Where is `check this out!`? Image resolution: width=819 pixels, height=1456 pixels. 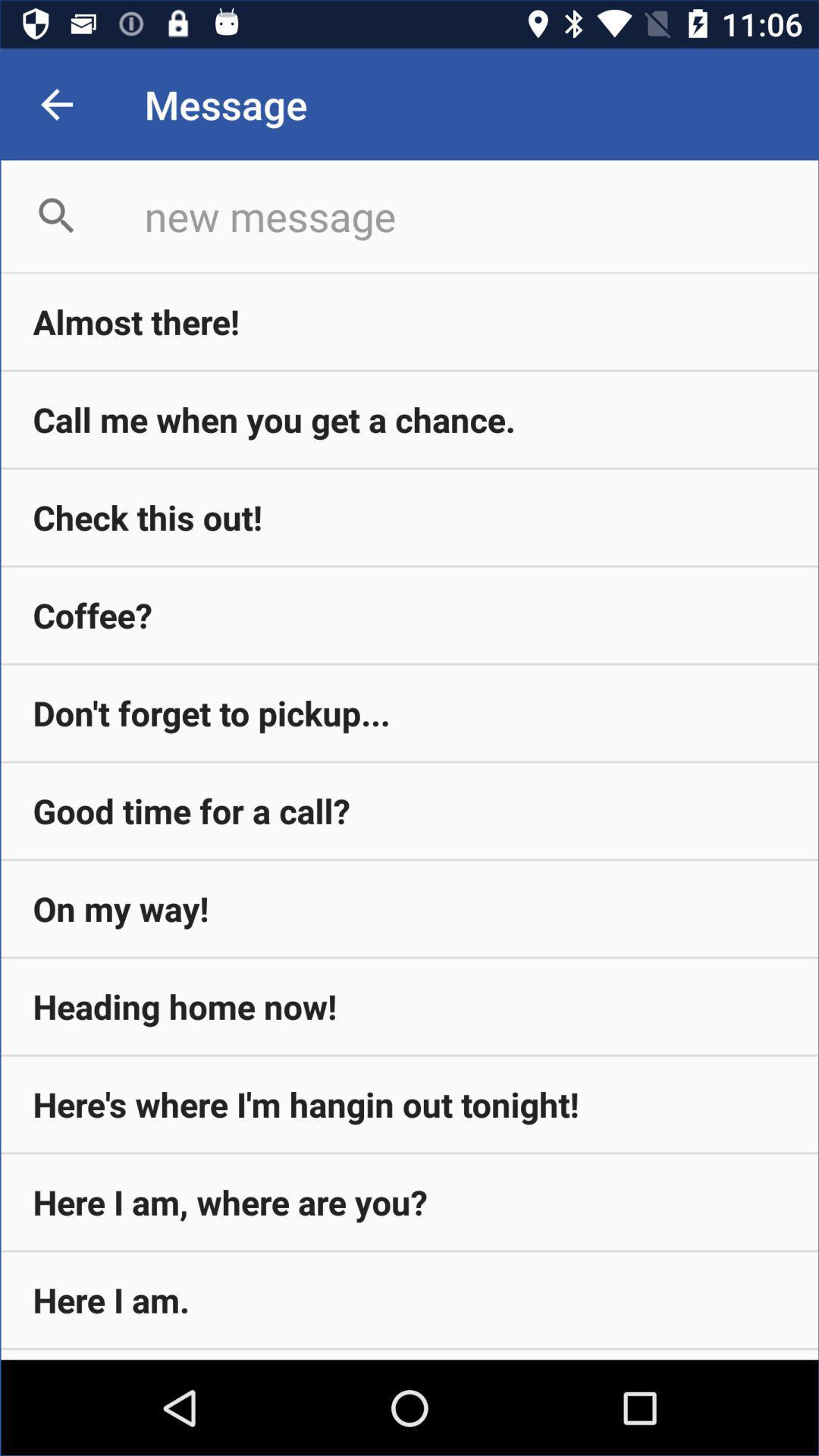 check this out! is located at coordinates (409, 517).